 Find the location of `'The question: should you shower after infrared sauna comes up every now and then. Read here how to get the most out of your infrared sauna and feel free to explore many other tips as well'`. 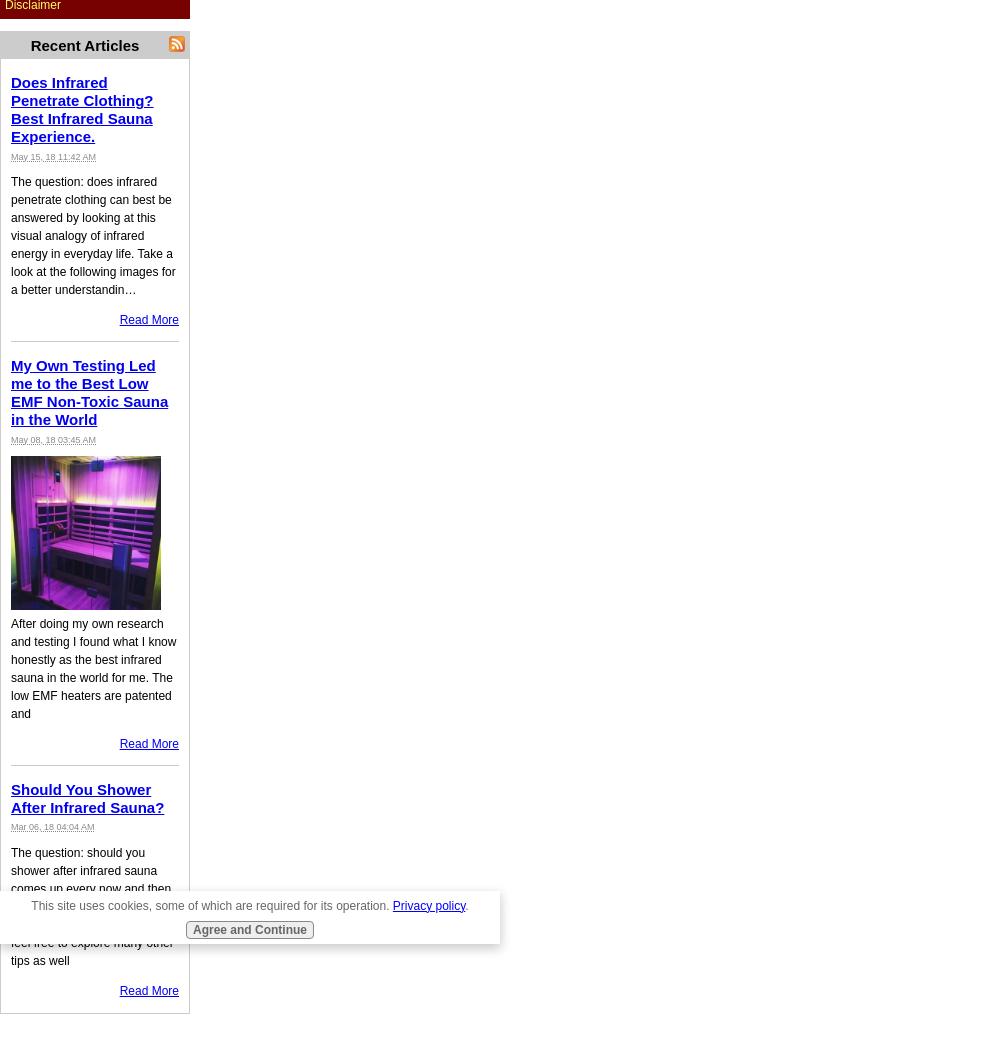

'The question: should you shower after infrared sauna comes up every now and then. Read here how to get the most out of your infrared sauna and feel free to explore many other tips as well' is located at coordinates (11, 905).